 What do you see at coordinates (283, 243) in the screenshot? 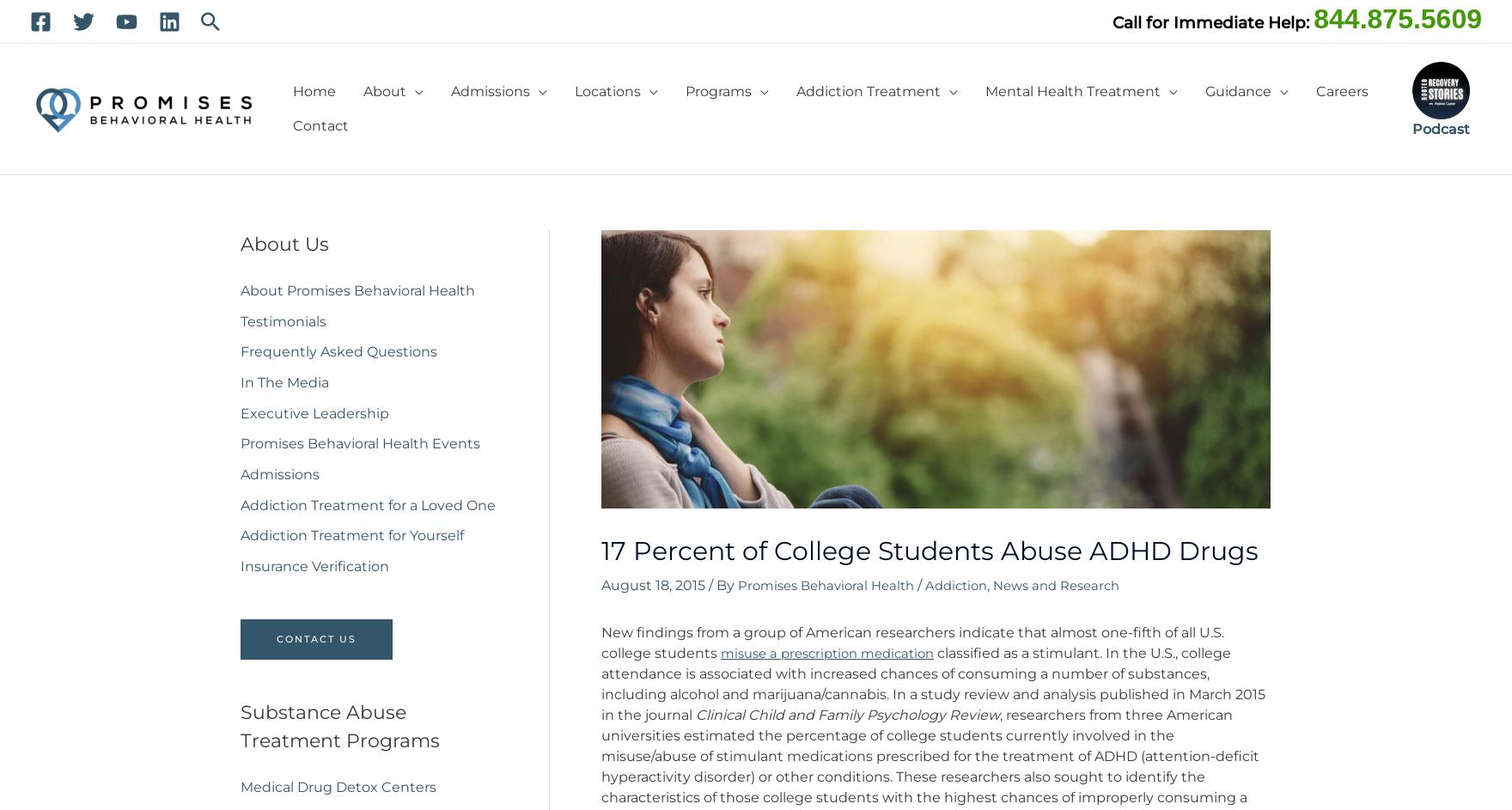
I see `'About Us'` at bounding box center [283, 243].